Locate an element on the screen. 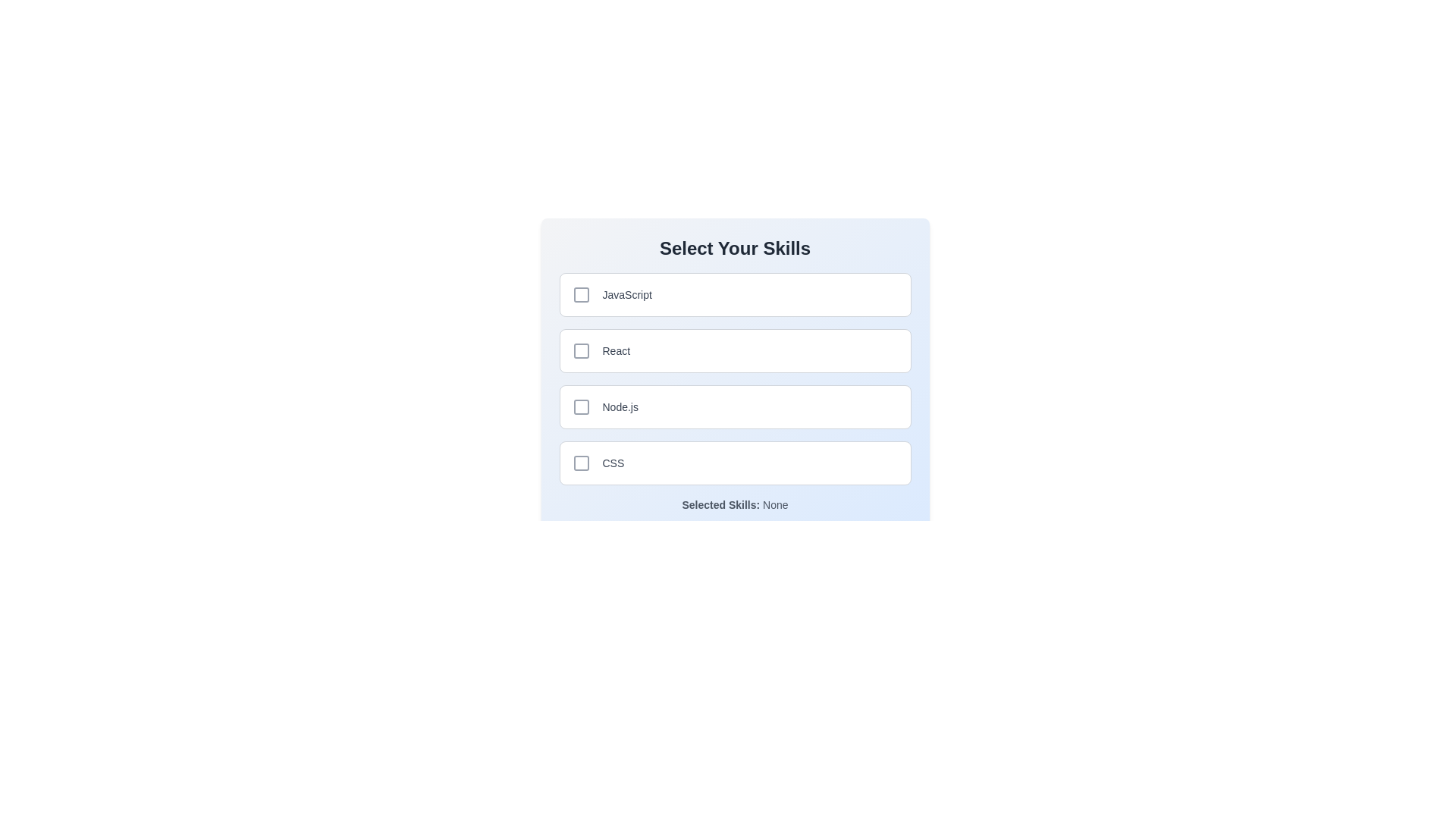  the 'Select Your Skills' header, which is a prominent title at the top of the section above the skill selection list is located at coordinates (735, 247).